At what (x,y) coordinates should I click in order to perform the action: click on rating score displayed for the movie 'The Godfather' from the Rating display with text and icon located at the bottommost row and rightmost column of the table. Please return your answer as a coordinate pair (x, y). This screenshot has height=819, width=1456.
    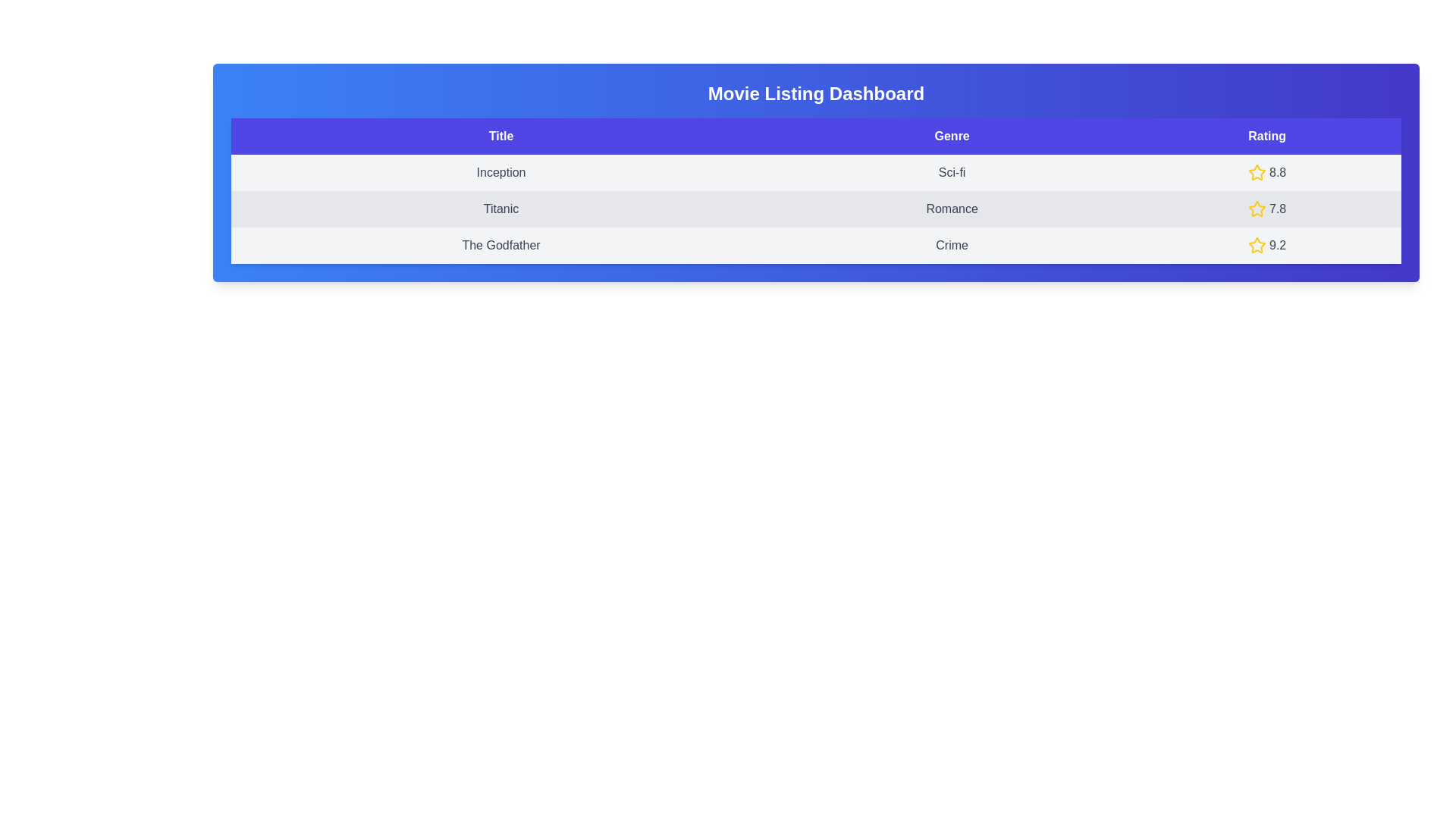
    Looking at the image, I should click on (1267, 245).